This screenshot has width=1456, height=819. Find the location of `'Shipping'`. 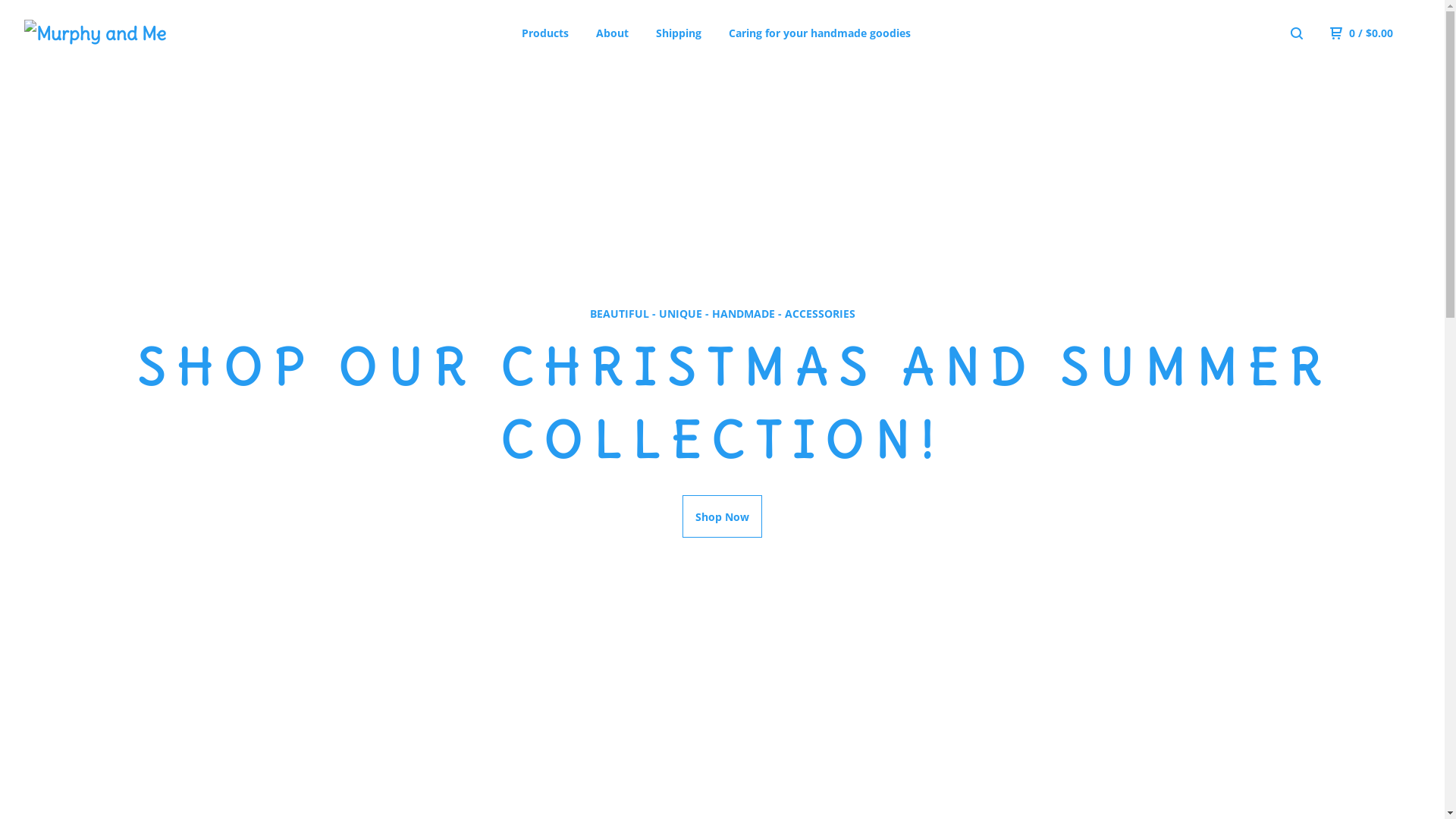

'Shipping' is located at coordinates (677, 33).